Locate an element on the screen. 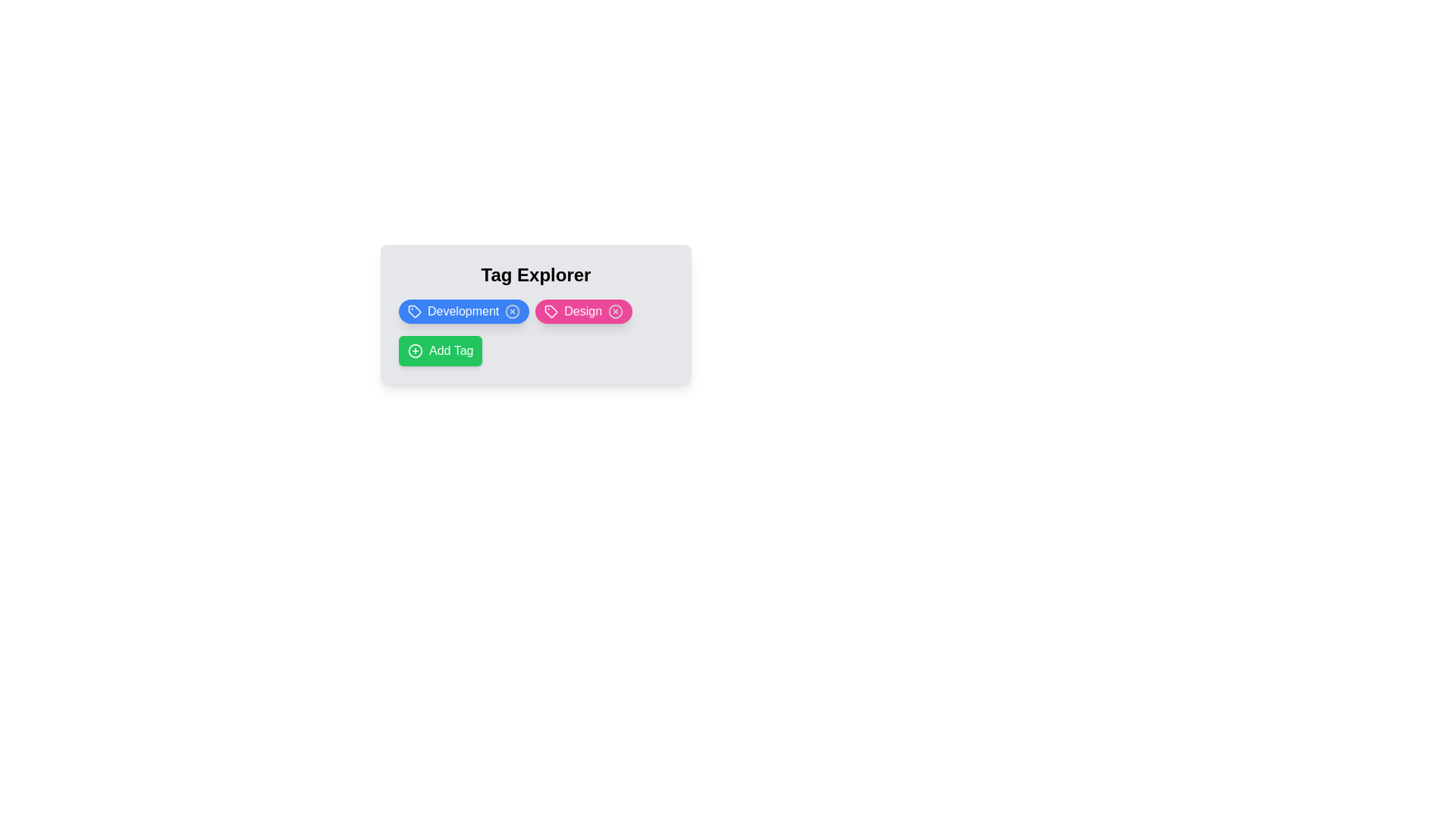 Image resolution: width=1456 pixels, height=819 pixels. close icon of the tag labeled Development to remove it is located at coordinates (513, 311).